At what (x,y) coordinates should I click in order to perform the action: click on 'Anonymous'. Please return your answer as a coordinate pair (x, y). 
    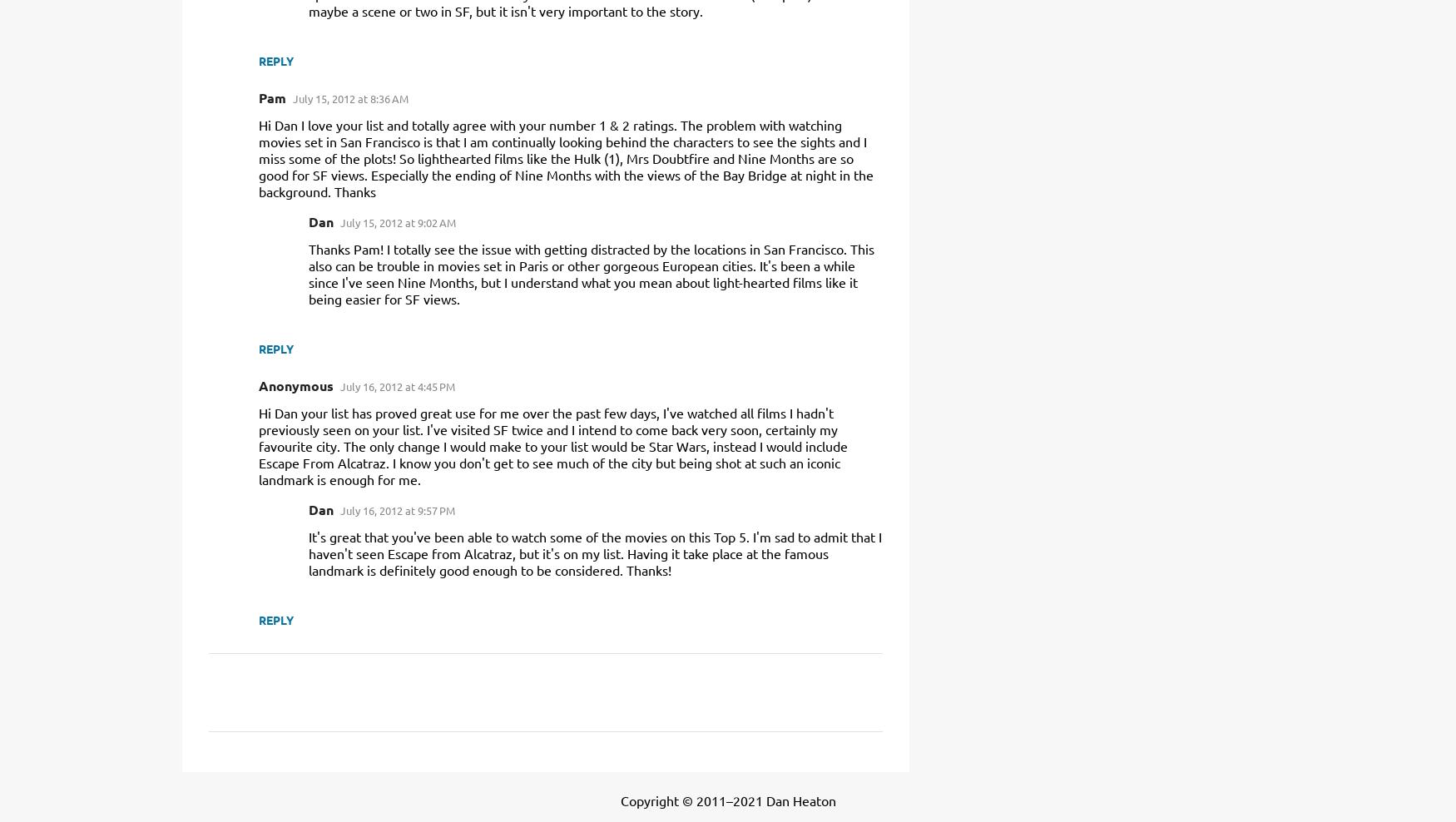
    Looking at the image, I should click on (257, 385).